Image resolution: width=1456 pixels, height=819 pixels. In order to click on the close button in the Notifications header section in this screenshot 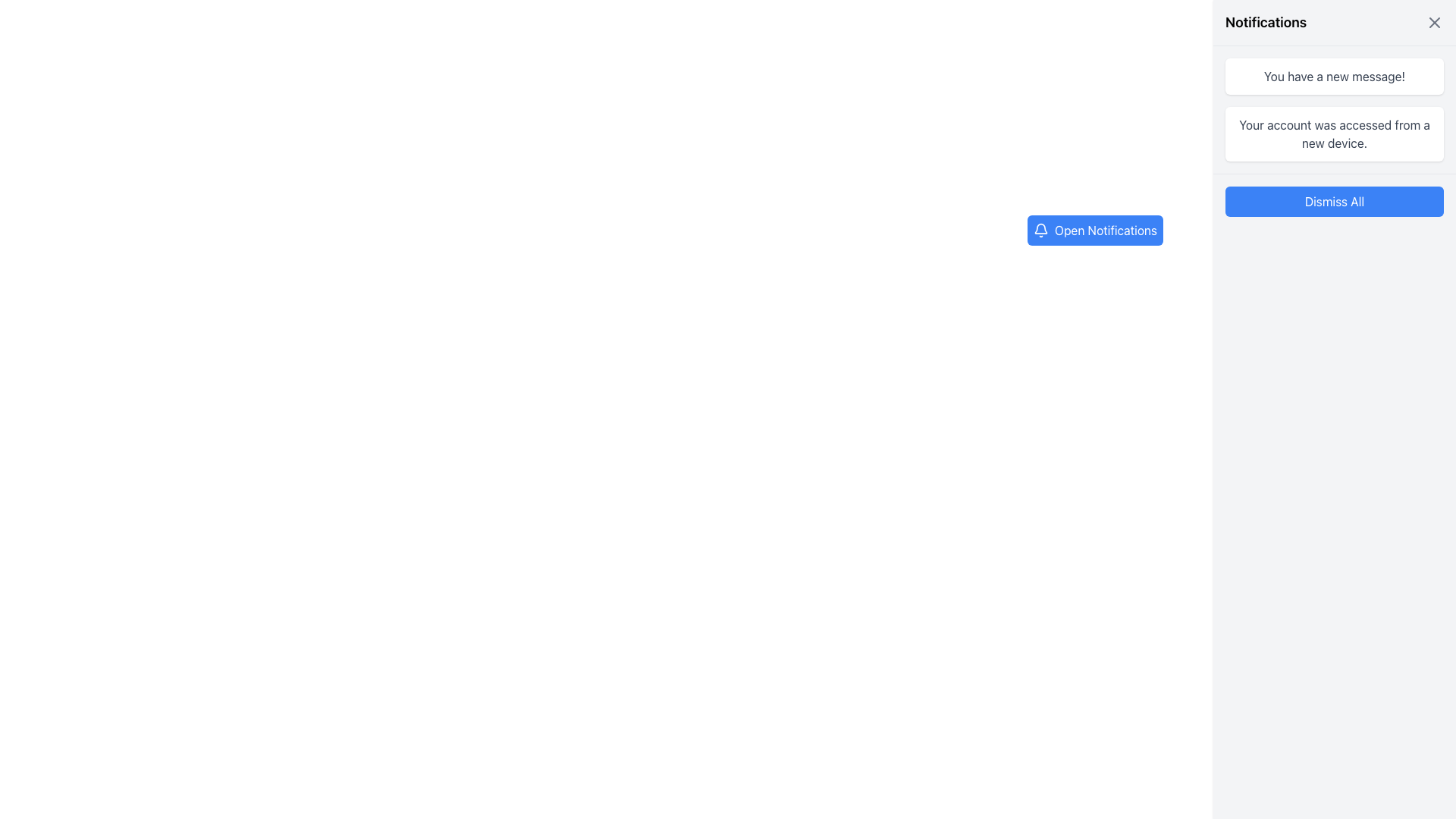, I will do `click(1433, 23)`.